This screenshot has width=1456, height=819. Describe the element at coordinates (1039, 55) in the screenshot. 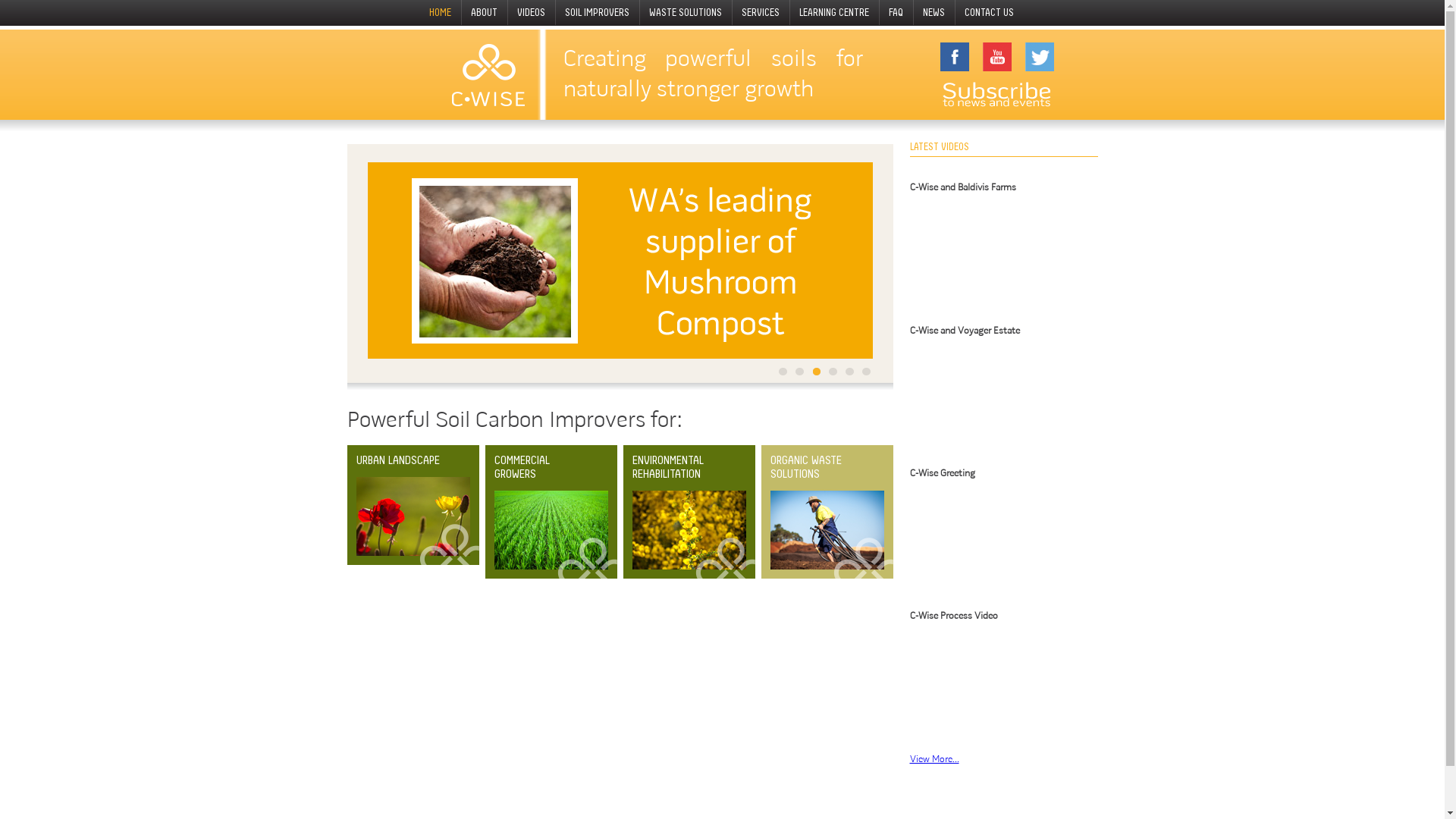

I see `'Twitter'` at that location.